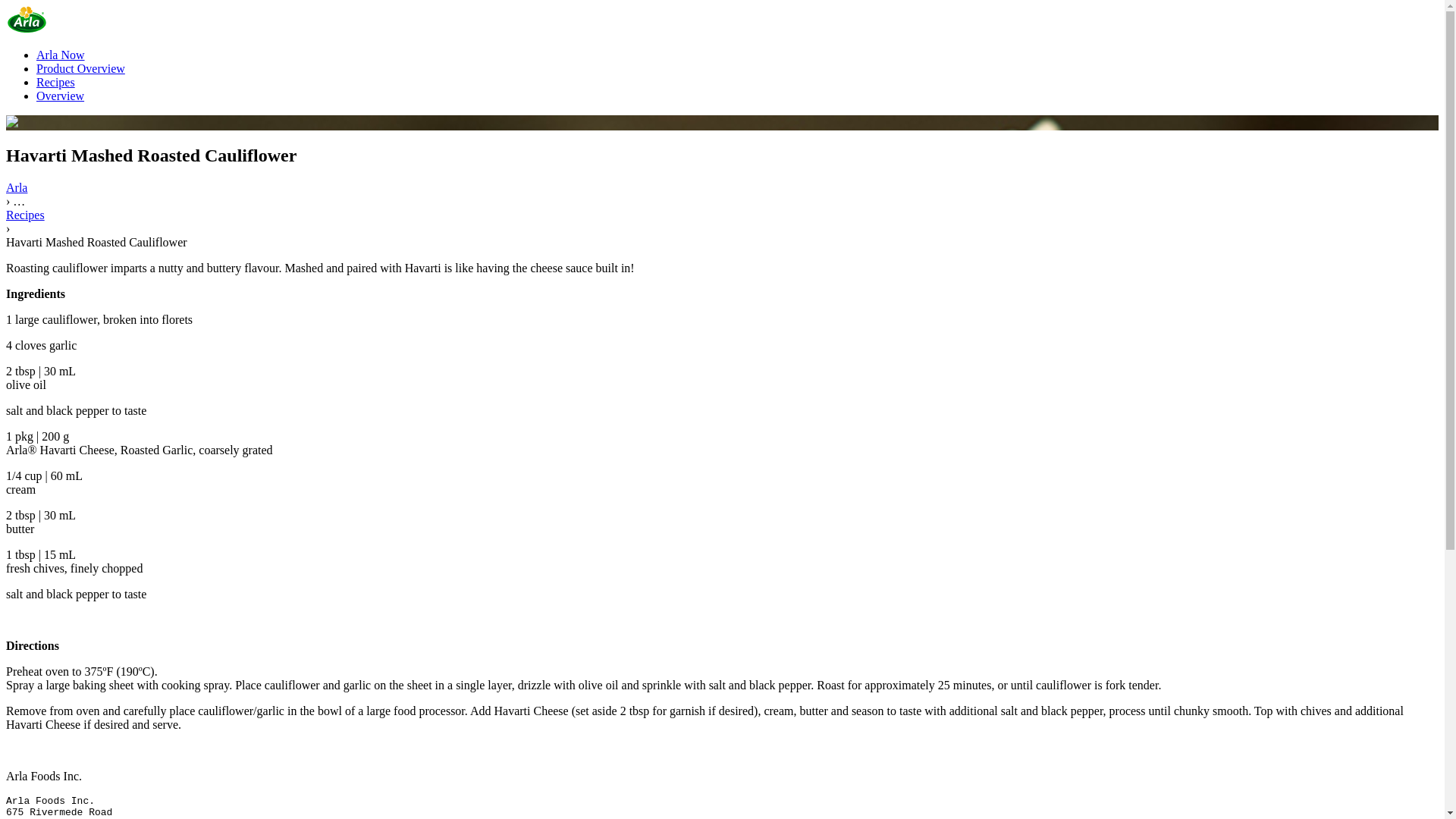 This screenshot has height=819, width=1456. Describe the element at coordinates (36, 68) in the screenshot. I see `'Product Overview'` at that location.